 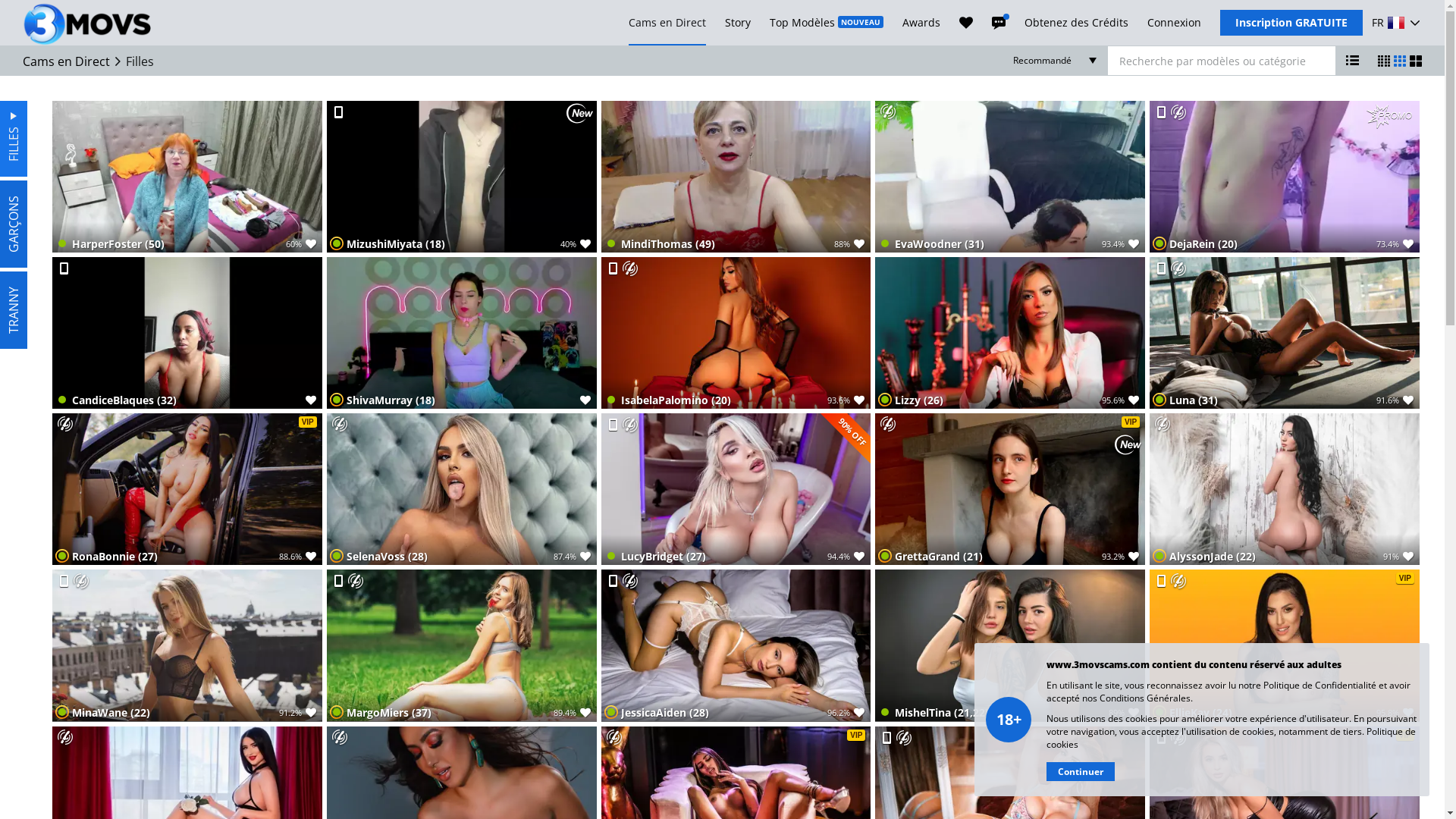 What do you see at coordinates (1173, 23) in the screenshot?
I see `'Connexion'` at bounding box center [1173, 23].